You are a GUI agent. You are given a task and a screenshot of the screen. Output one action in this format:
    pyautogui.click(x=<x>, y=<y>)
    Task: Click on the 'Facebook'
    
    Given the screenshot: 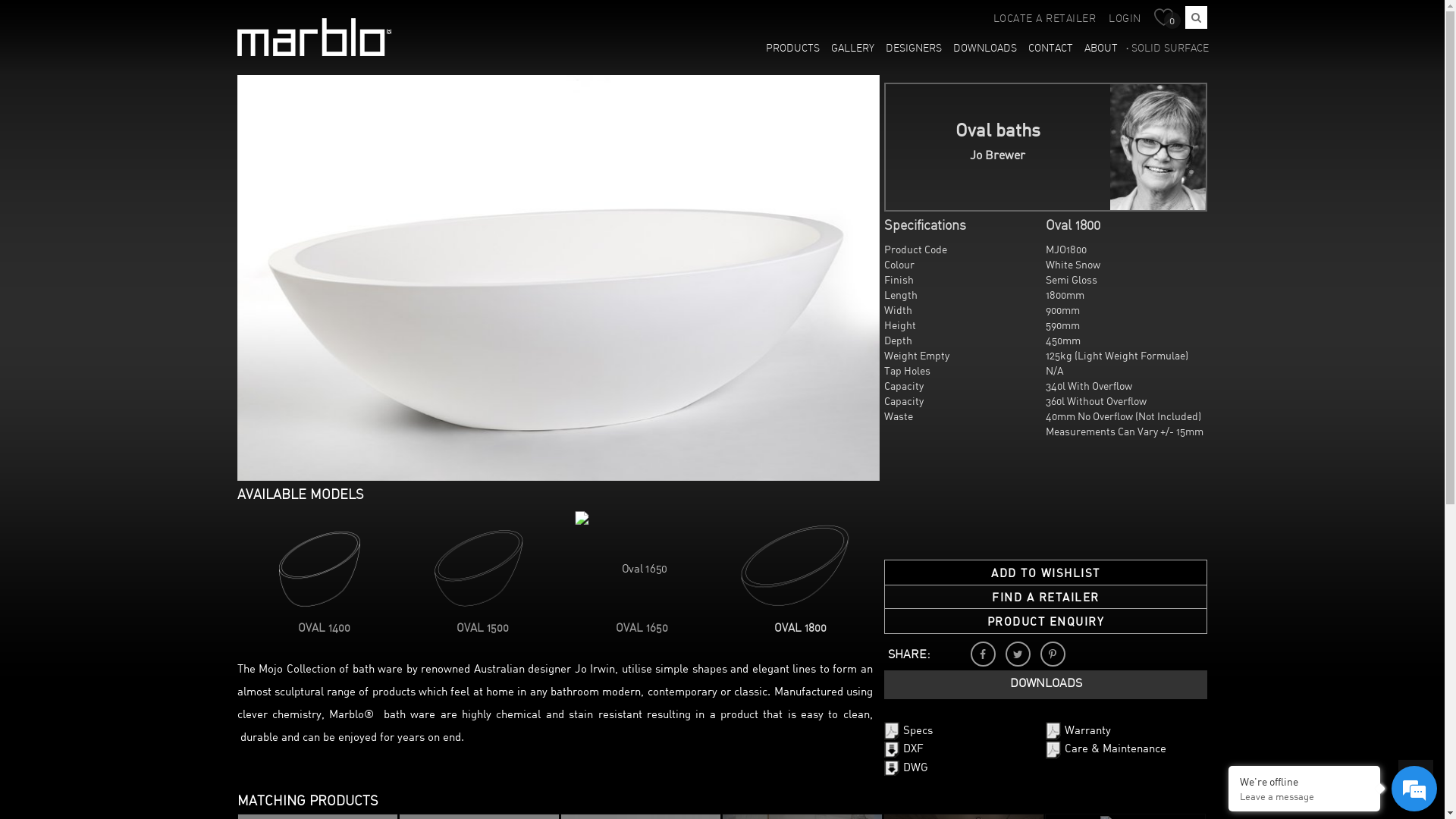 What is the action you would take?
    pyautogui.click(x=983, y=653)
    